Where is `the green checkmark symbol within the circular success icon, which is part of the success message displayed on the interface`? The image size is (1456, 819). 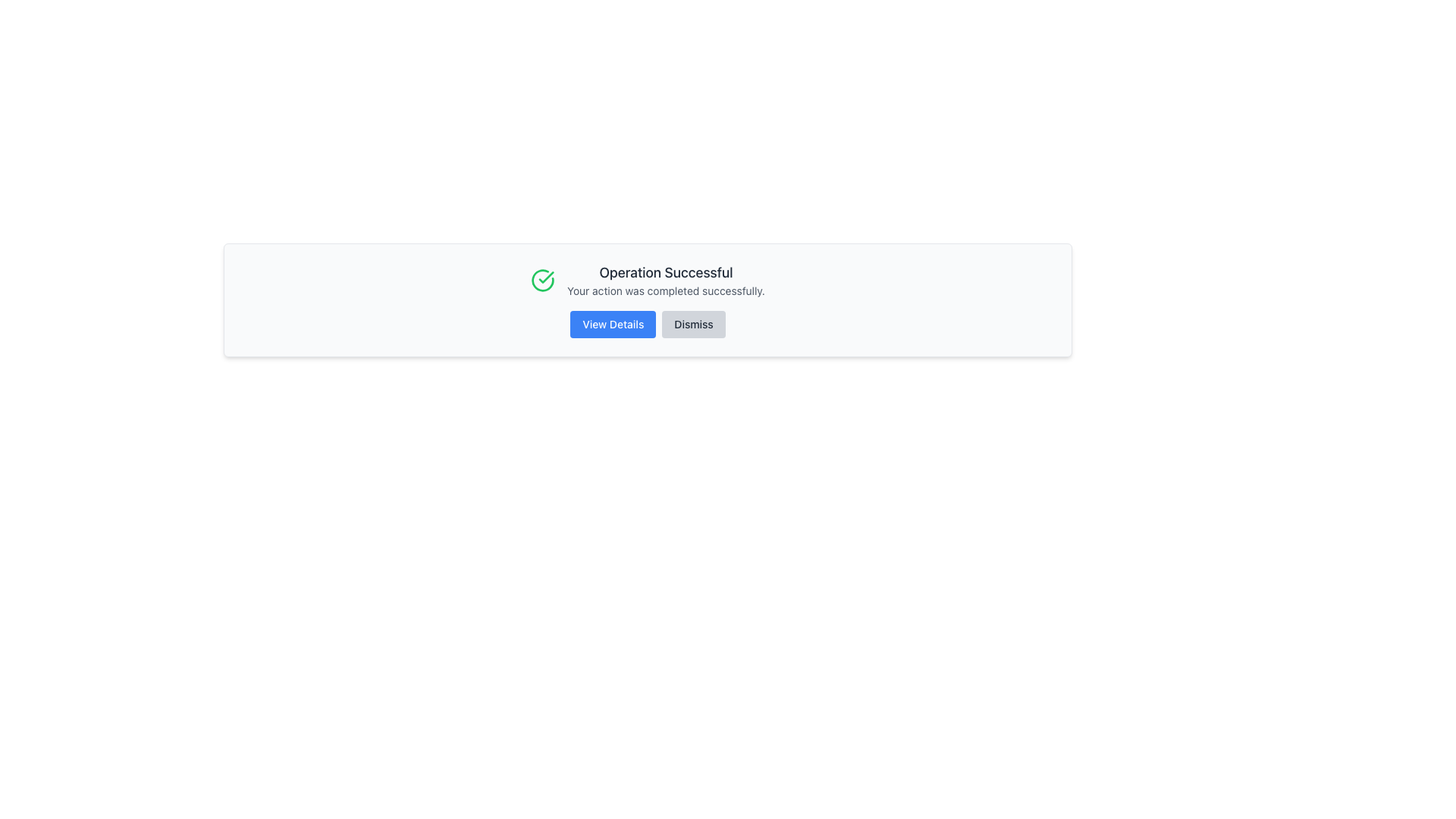
the green checkmark symbol within the circular success icon, which is part of the success message displayed on the interface is located at coordinates (546, 278).